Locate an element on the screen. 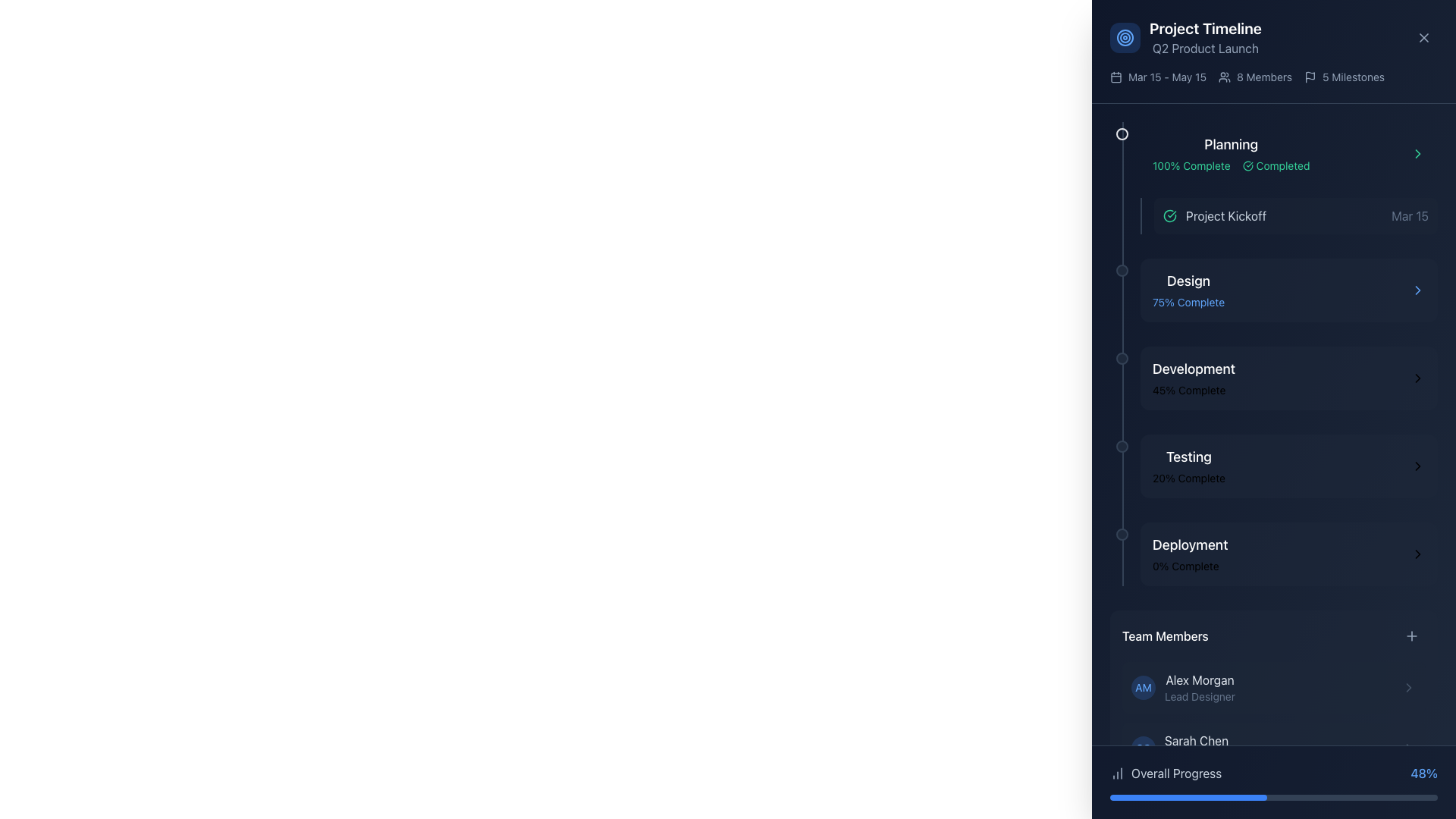 This screenshot has height=819, width=1456. the completion status icon located to the left of the text 'Completed' within the 'Planning' milestone in the upper section of the milestone timeline interface is located at coordinates (1247, 166).